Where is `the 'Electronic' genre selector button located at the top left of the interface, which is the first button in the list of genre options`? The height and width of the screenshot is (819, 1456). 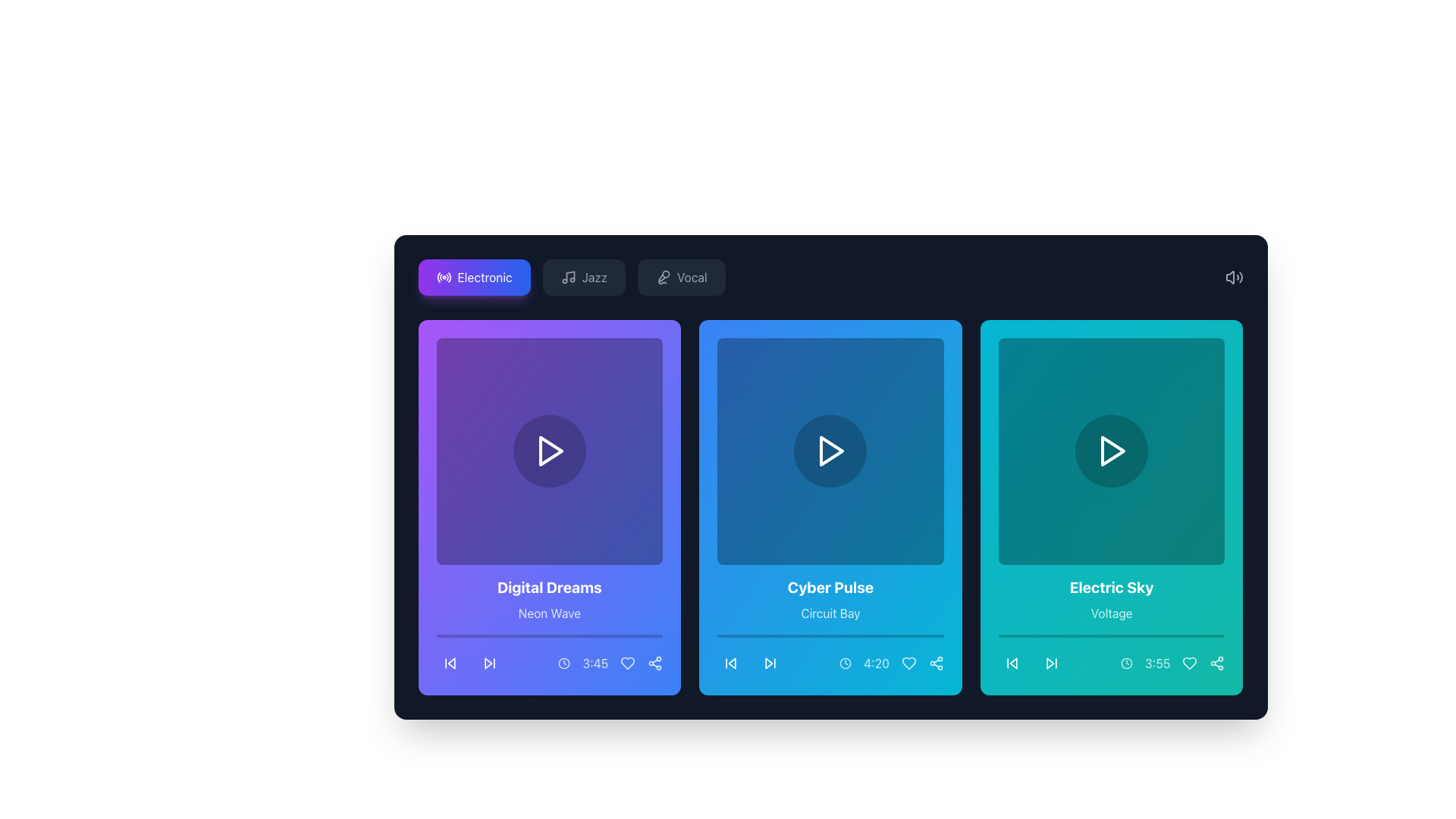
the 'Electronic' genre selector button located at the top left of the interface, which is the first button in the list of genre options is located at coordinates (473, 278).